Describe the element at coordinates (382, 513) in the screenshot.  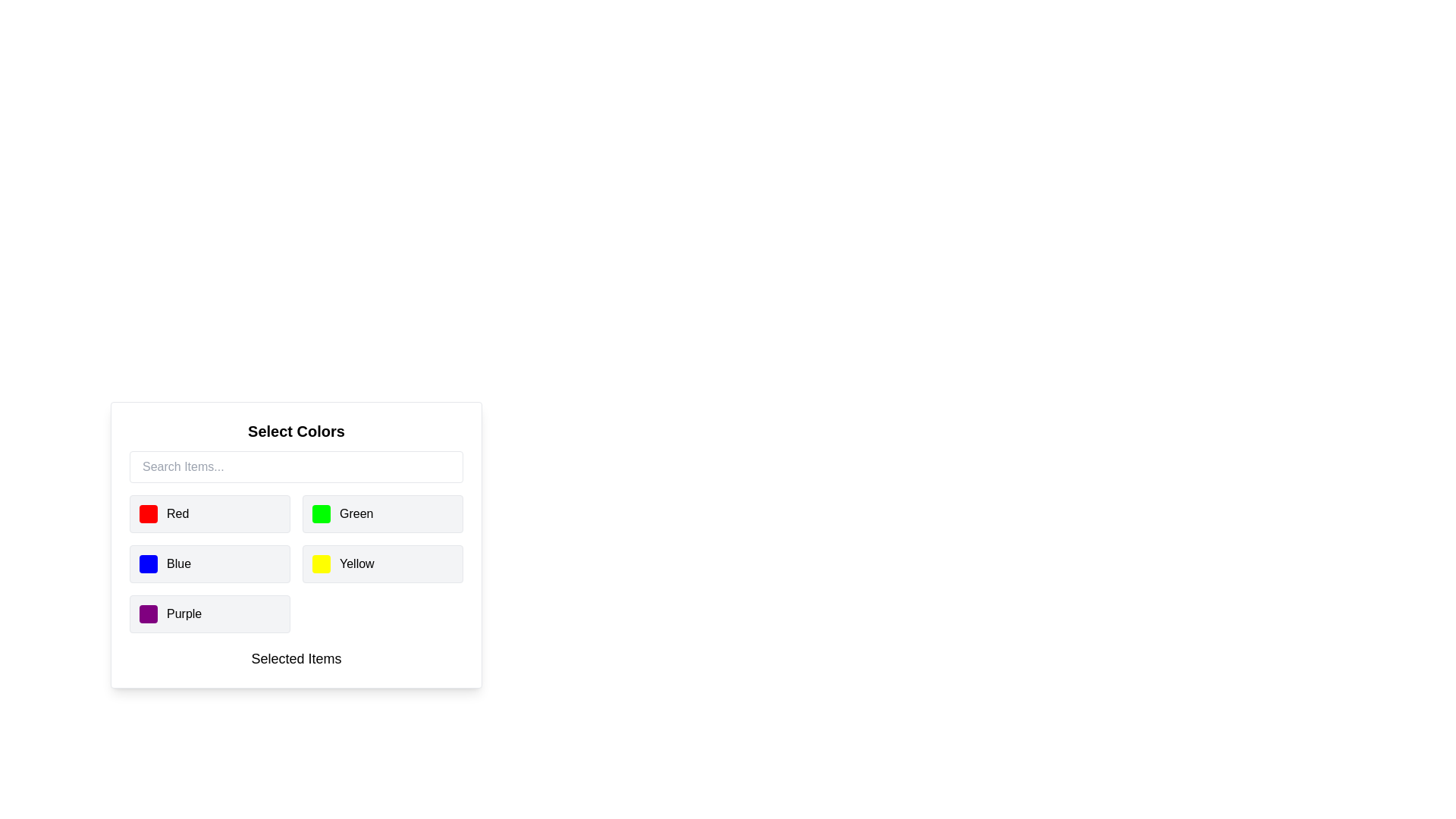
I see `the 'Green' color selection button in the color choice menu` at that location.